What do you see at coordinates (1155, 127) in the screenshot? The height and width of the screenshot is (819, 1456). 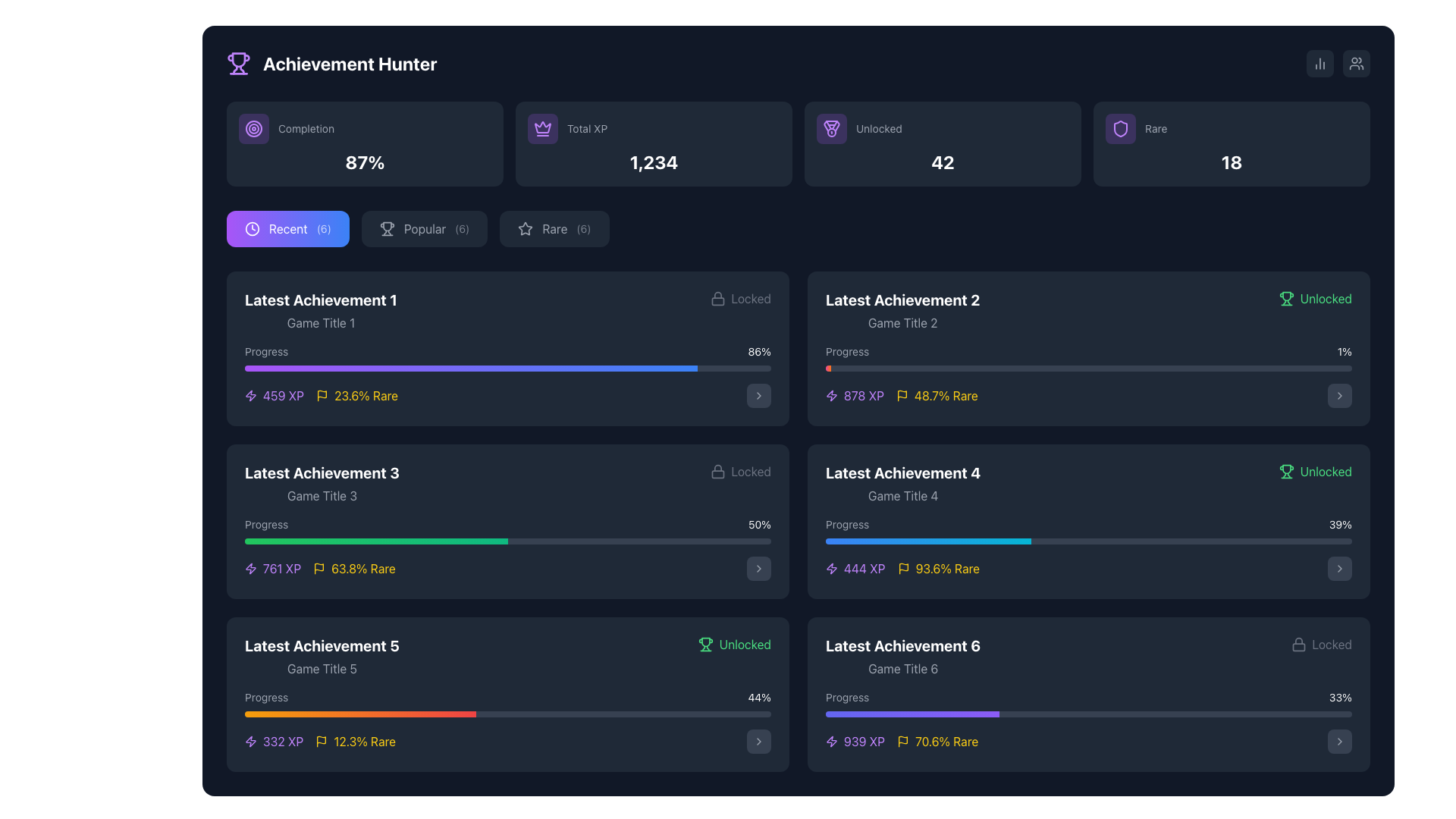 I see `the Text Label indicating the rarity of a feature or achievement, located in the fourth column of the top row within the card interface, to read the text` at bounding box center [1155, 127].